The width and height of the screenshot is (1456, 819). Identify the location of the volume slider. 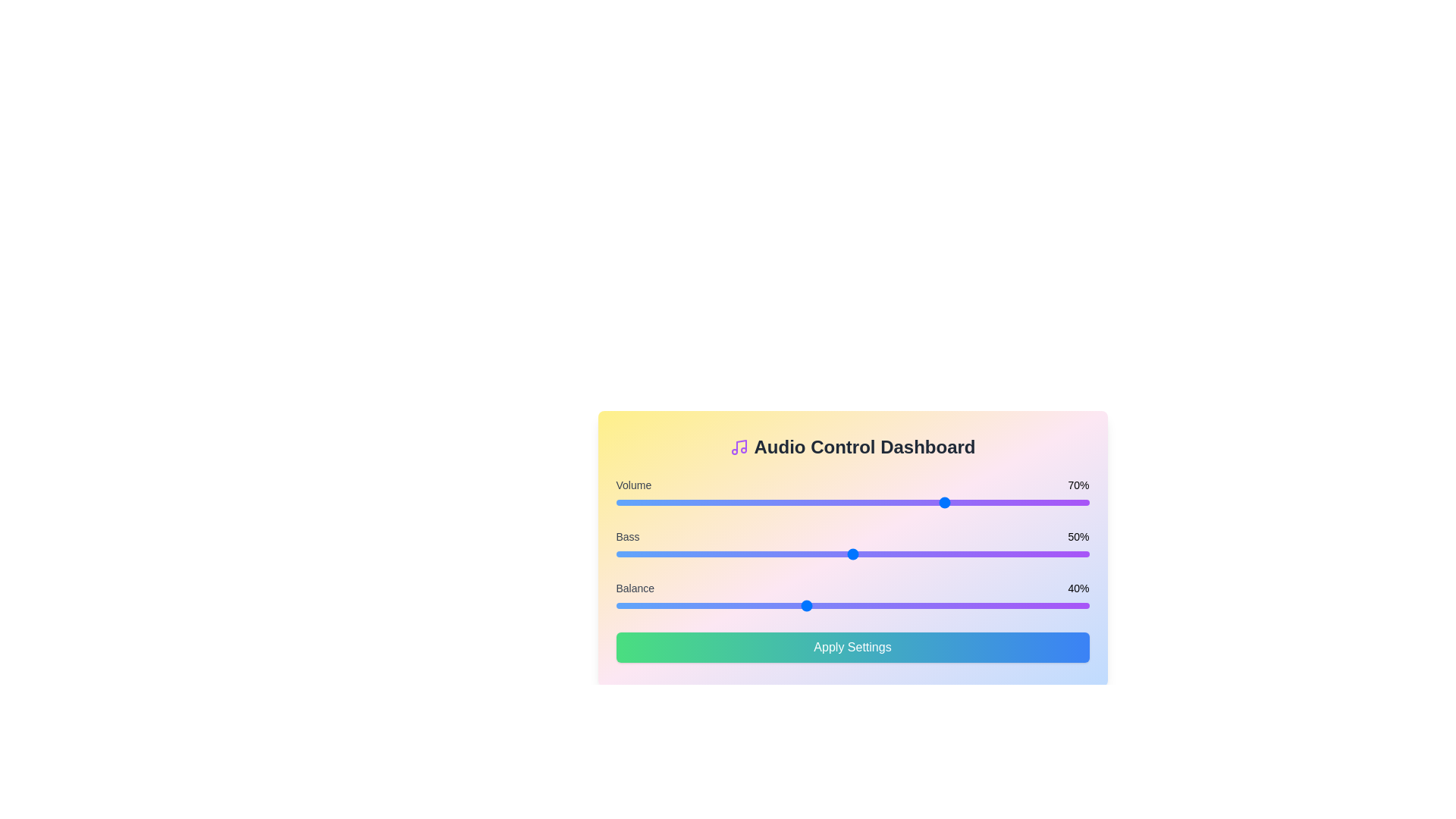
(946, 503).